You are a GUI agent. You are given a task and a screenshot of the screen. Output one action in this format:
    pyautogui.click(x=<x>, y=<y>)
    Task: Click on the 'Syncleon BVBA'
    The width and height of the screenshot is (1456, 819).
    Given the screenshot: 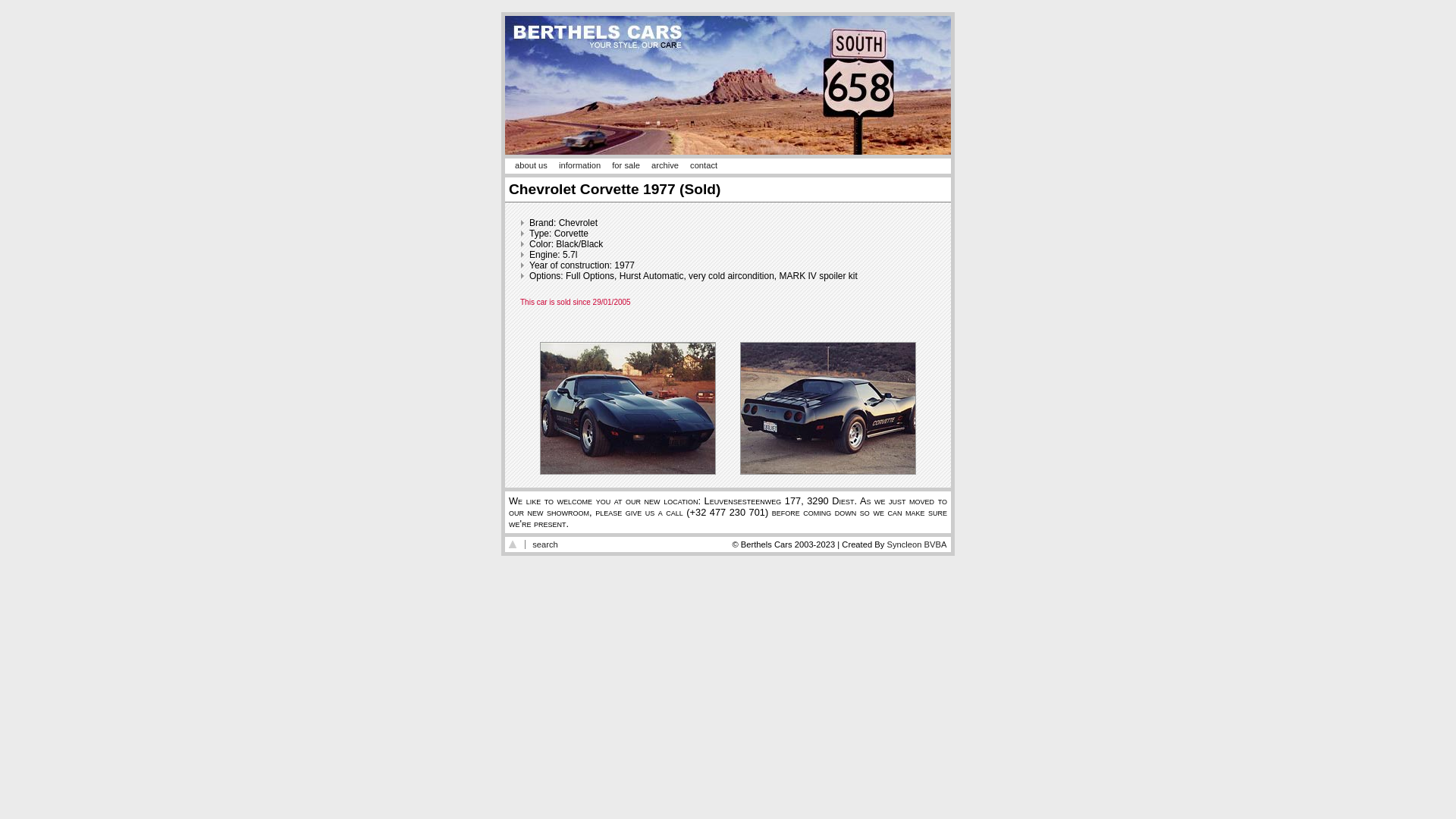 What is the action you would take?
    pyautogui.click(x=915, y=543)
    